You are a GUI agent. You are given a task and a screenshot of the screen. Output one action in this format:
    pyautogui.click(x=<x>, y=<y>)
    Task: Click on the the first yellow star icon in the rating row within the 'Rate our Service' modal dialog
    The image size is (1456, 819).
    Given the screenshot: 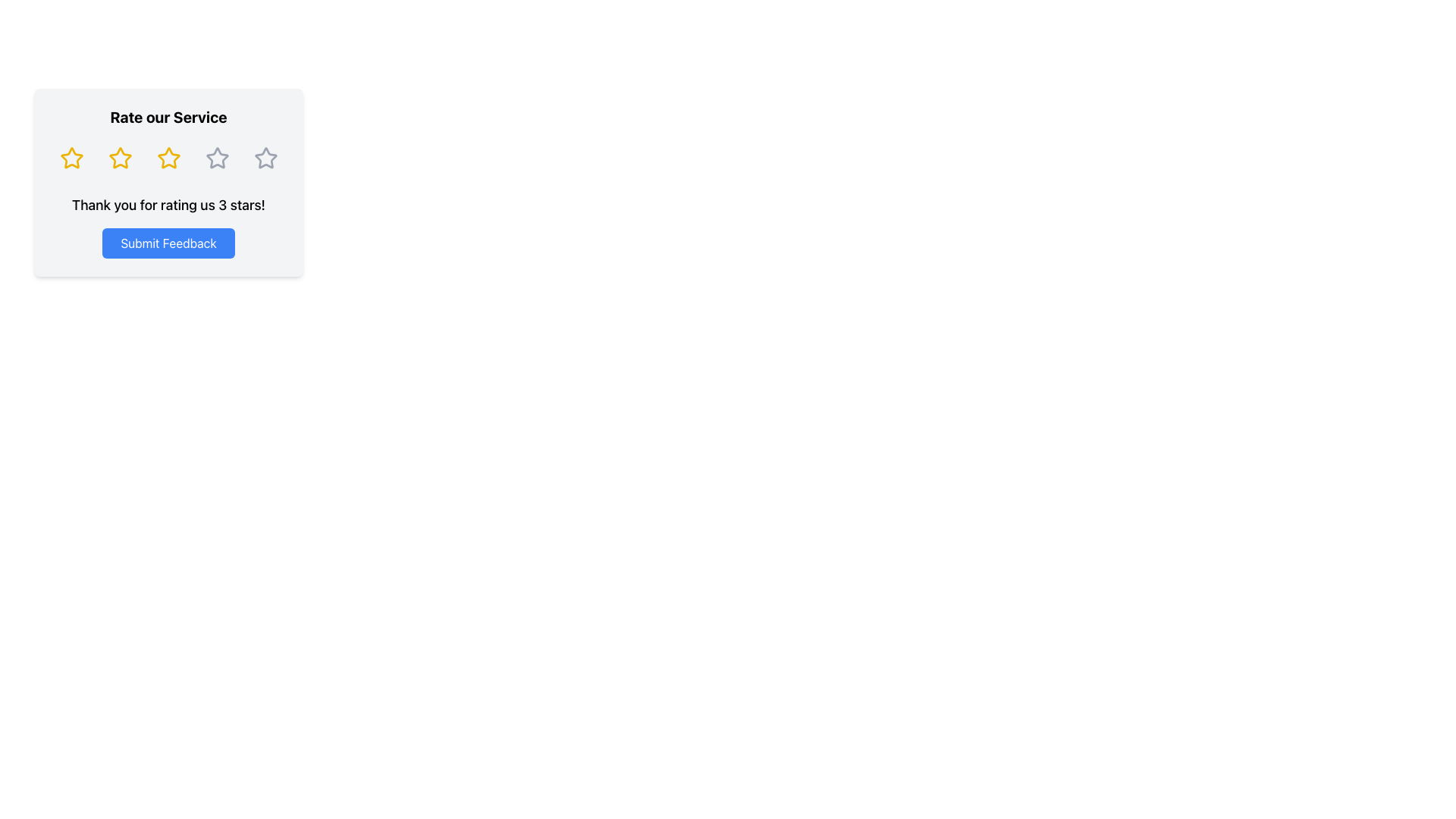 What is the action you would take?
    pyautogui.click(x=71, y=158)
    